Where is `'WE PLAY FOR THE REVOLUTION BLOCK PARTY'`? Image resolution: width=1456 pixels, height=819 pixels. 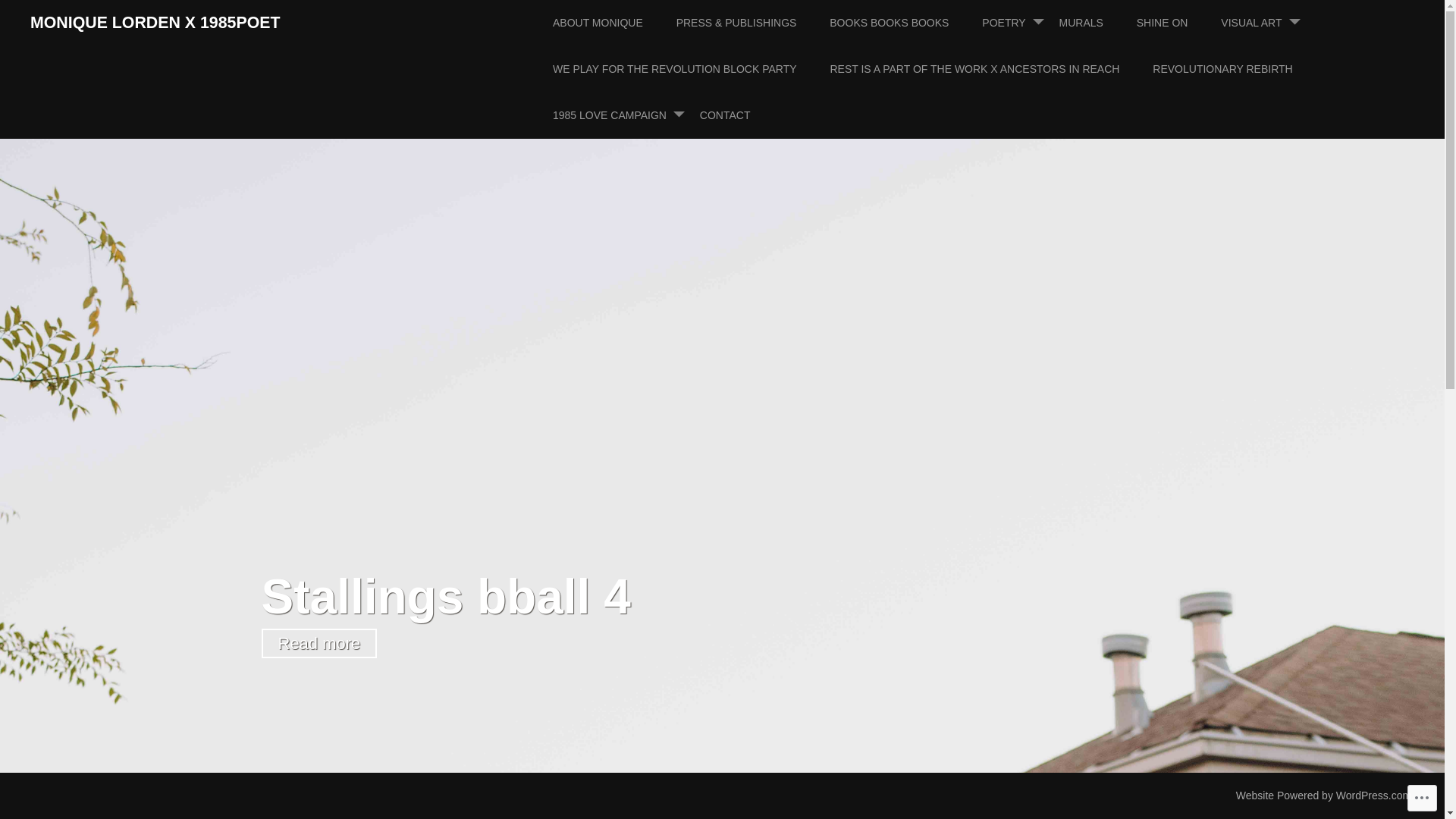 'WE PLAY FOR THE REVOLUTION BLOCK PARTY' is located at coordinates (689, 69).